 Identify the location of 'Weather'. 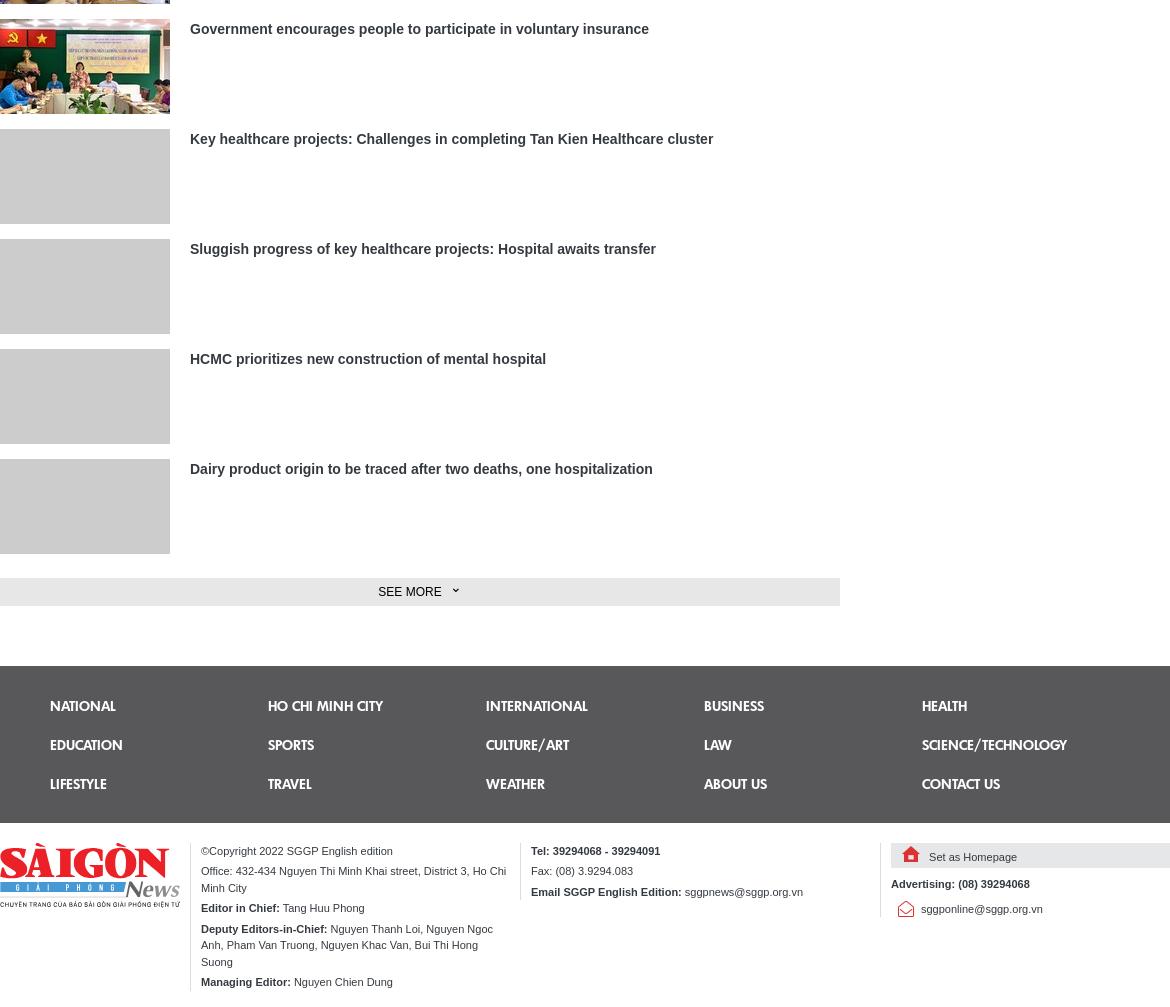
(514, 781).